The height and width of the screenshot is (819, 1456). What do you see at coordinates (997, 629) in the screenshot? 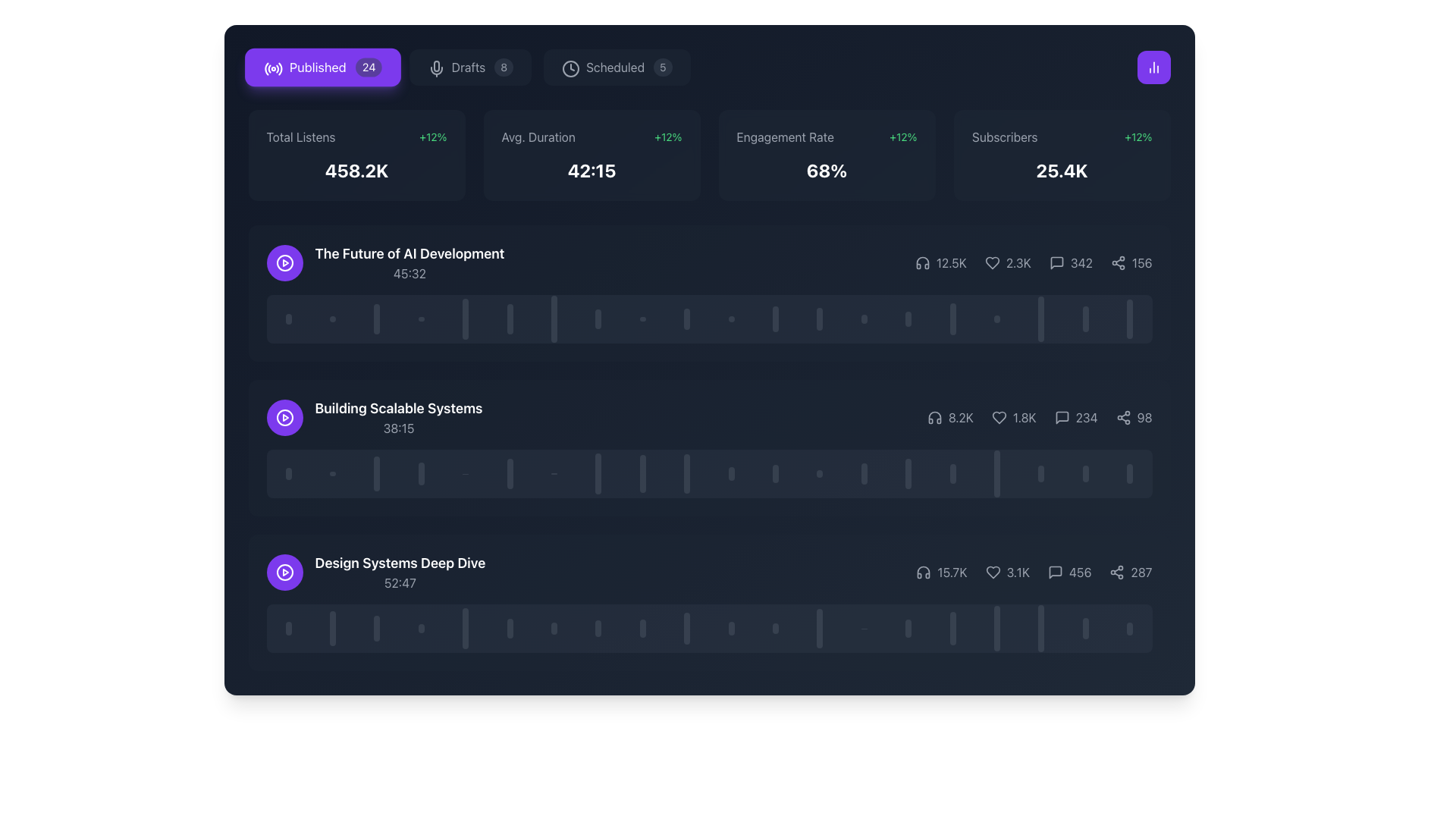
I see `the 17th vertical histogram bar in the group, which represents a specific metric within the progress tracker` at bounding box center [997, 629].